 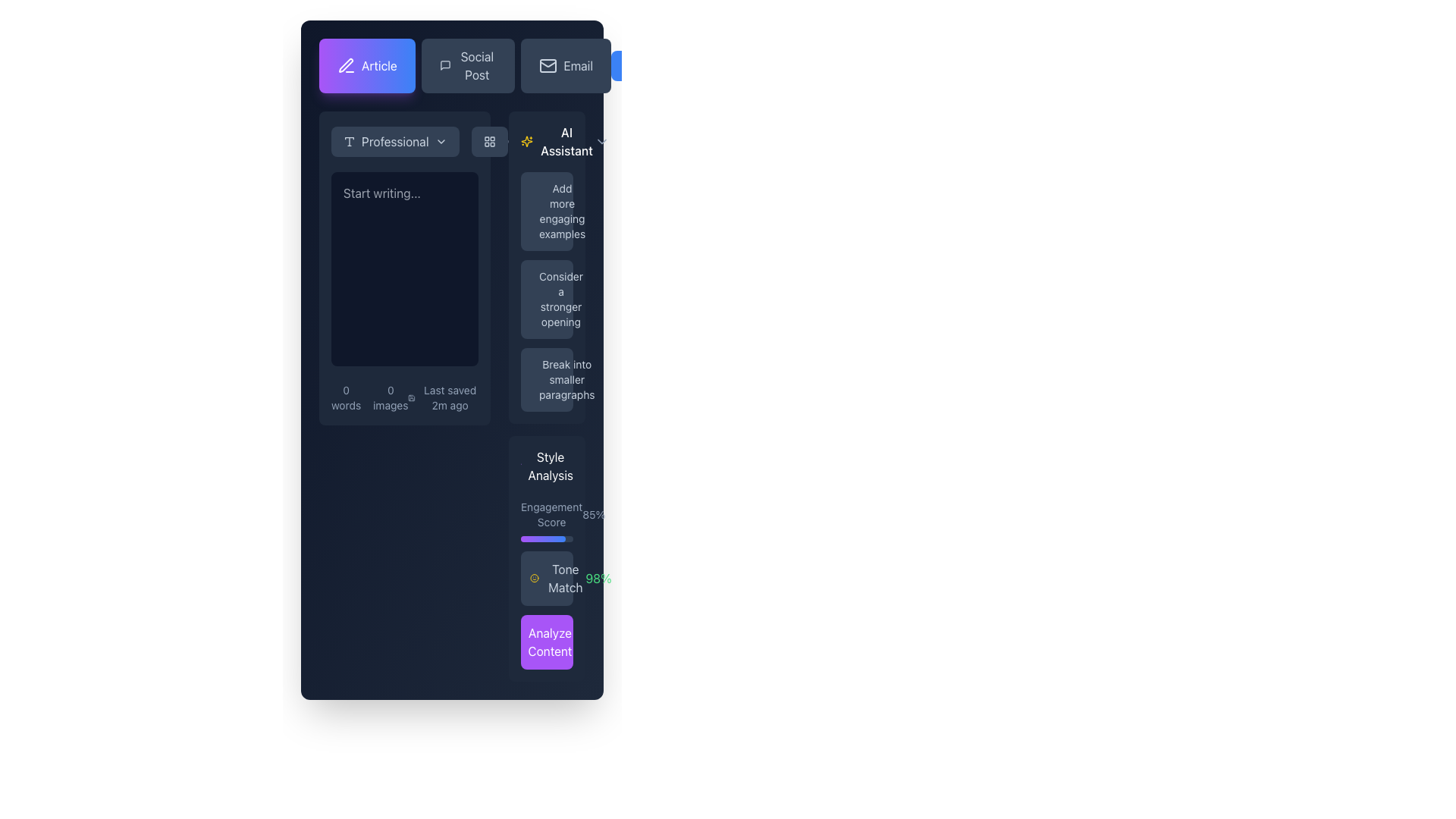 I want to click on status feedback from the text label indicating the time elapsed since the last save operation, located near the bottom-right section of the dark-themed panel, so click(x=449, y=397).